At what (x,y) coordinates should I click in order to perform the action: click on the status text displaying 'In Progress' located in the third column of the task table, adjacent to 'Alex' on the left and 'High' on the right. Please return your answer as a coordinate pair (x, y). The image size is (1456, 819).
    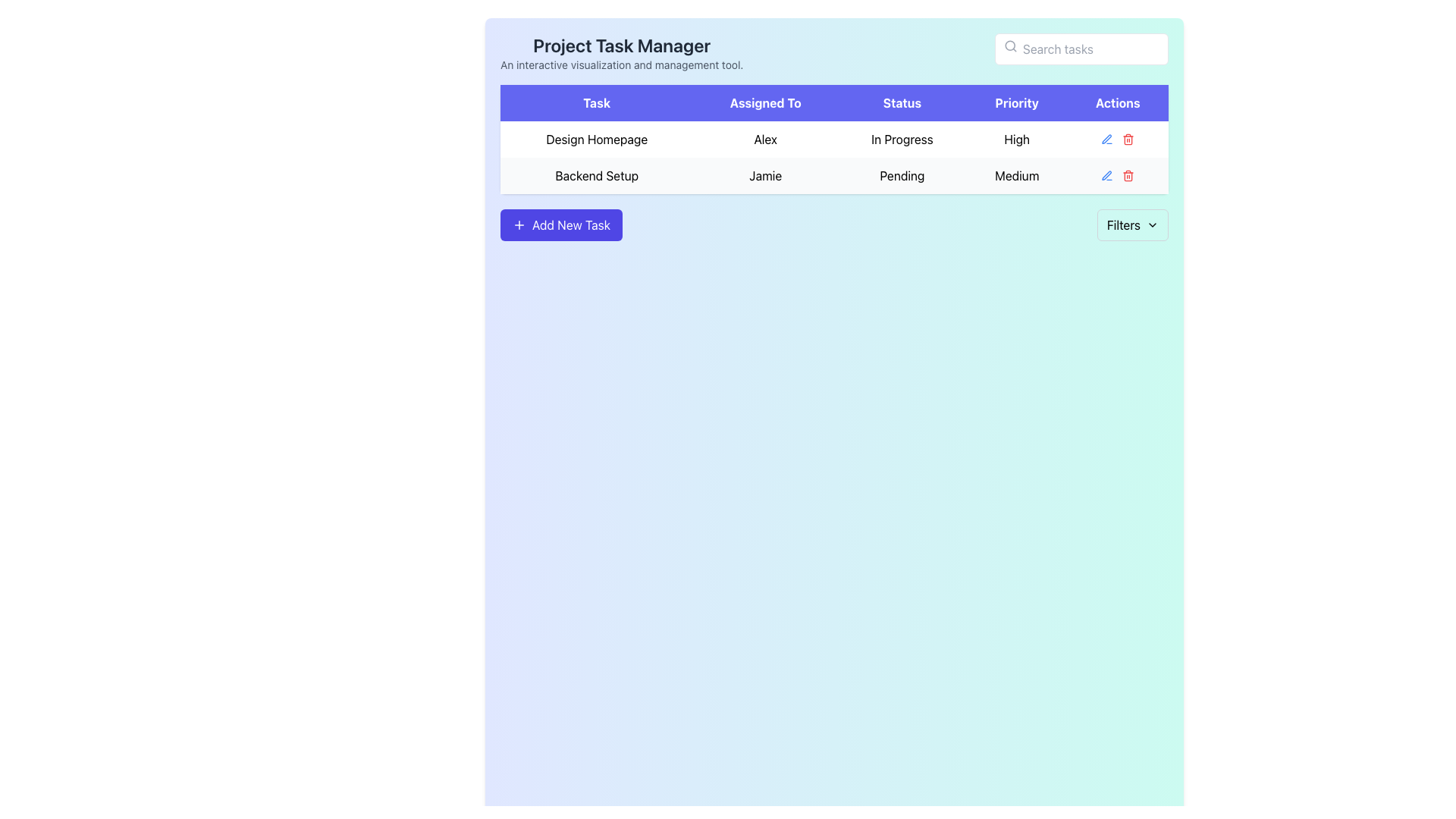
    Looking at the image, I should click on (902, 140).